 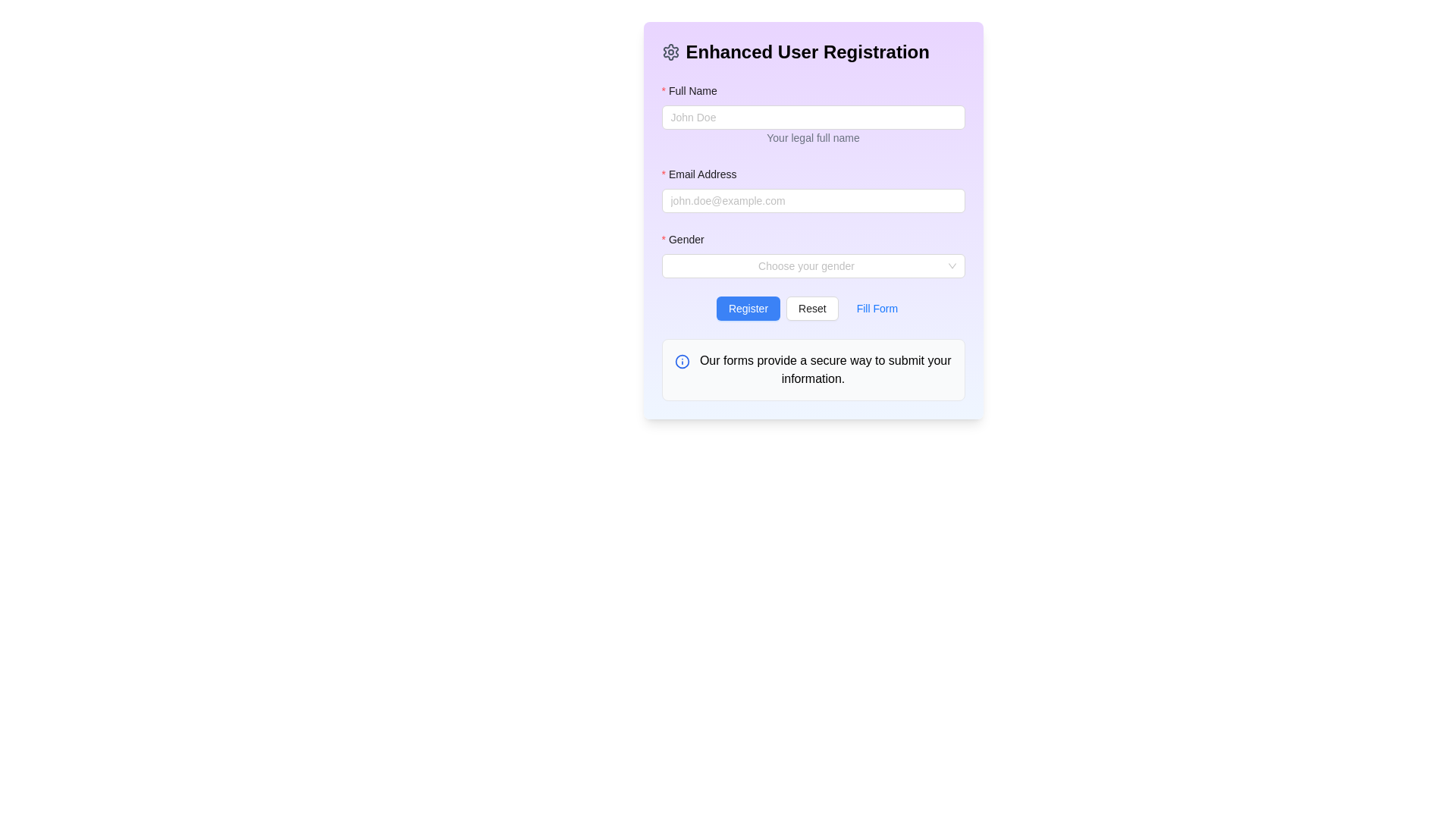 What do you see at coordinates (805, 265) in the screenshot?
I see `the dropdown menu input field styled with a purple gradient background, which has a placeholder 'Choose your gender', located below the 'Email Address' field` at bounding box center [805, 265].